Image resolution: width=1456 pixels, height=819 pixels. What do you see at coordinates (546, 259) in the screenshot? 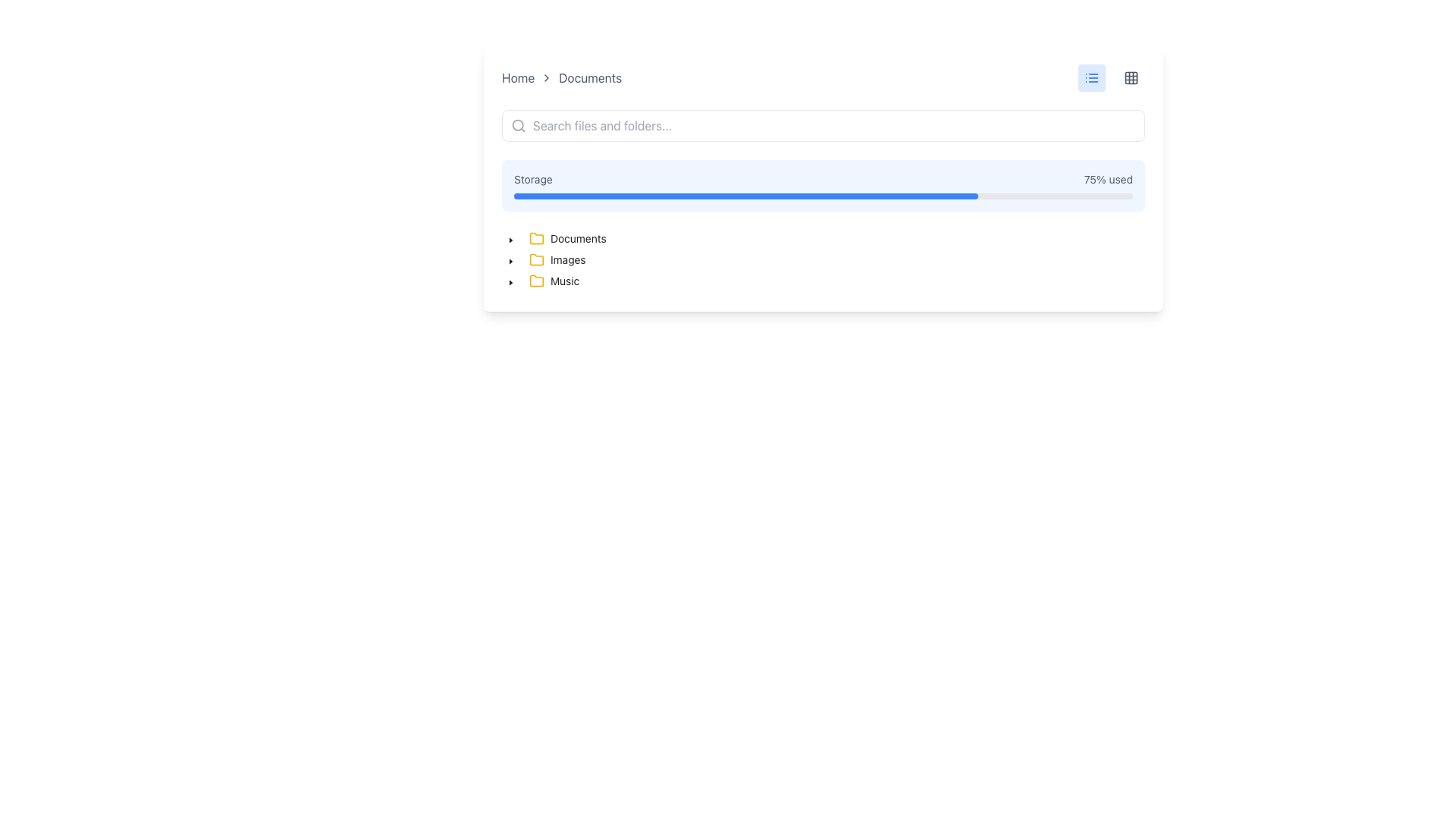
I see `the 'Images' folder item, which is the second item in the vertical list of folders` at bounding box center [546, 259].